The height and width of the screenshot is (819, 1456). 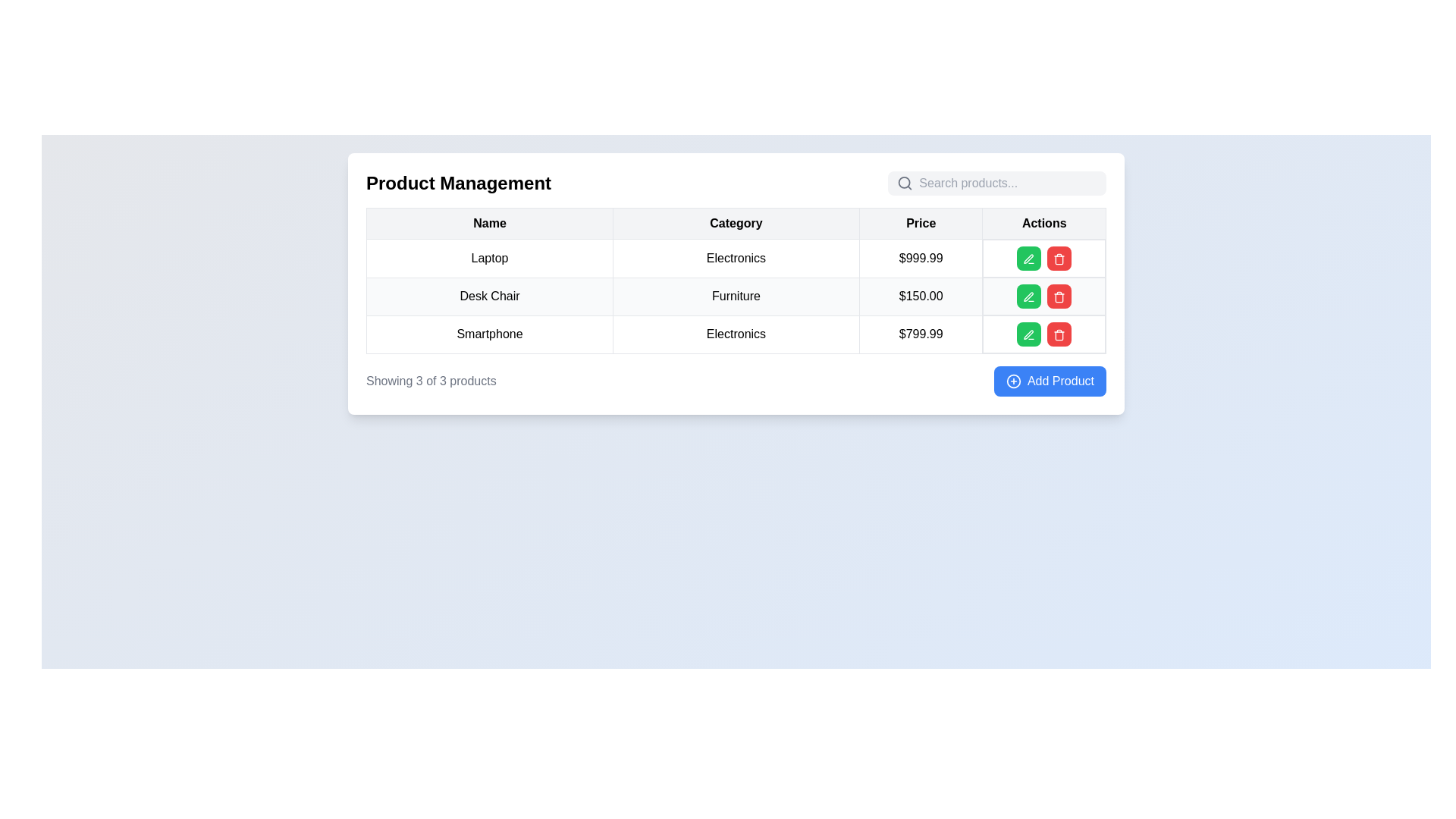 What do you see at coordinates (736, 257) in the screenshot?
I see `the static text element displaying 'Electronics' in the second column of the first row of the table under the 'Category' header` at bounding box center [736, 257].